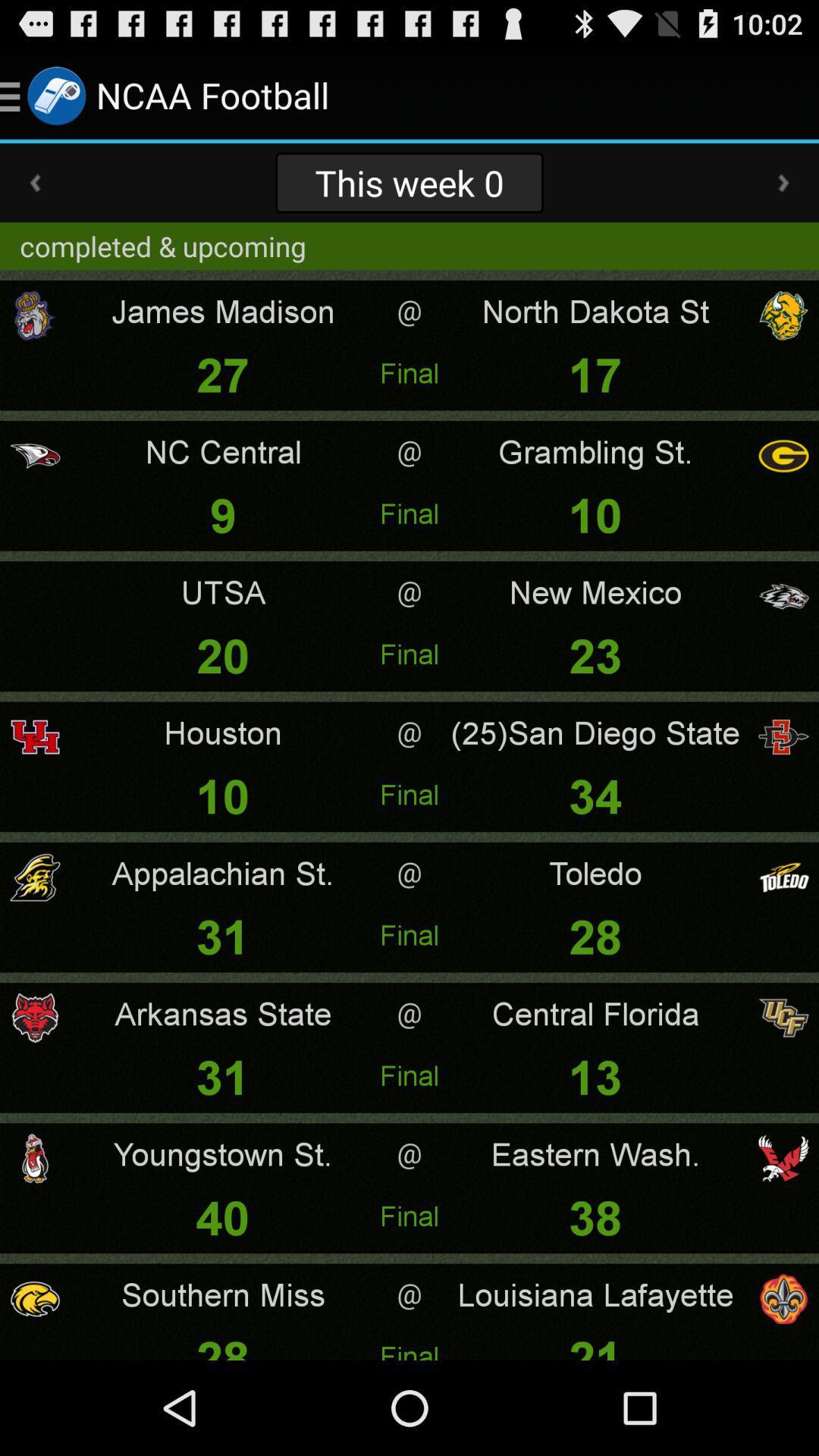 This screenshot has width=819, height=1456. Describe the element at coordinates (783, 182) in the screenshot. I see `the icon to the right of this week 0 item` at that location.